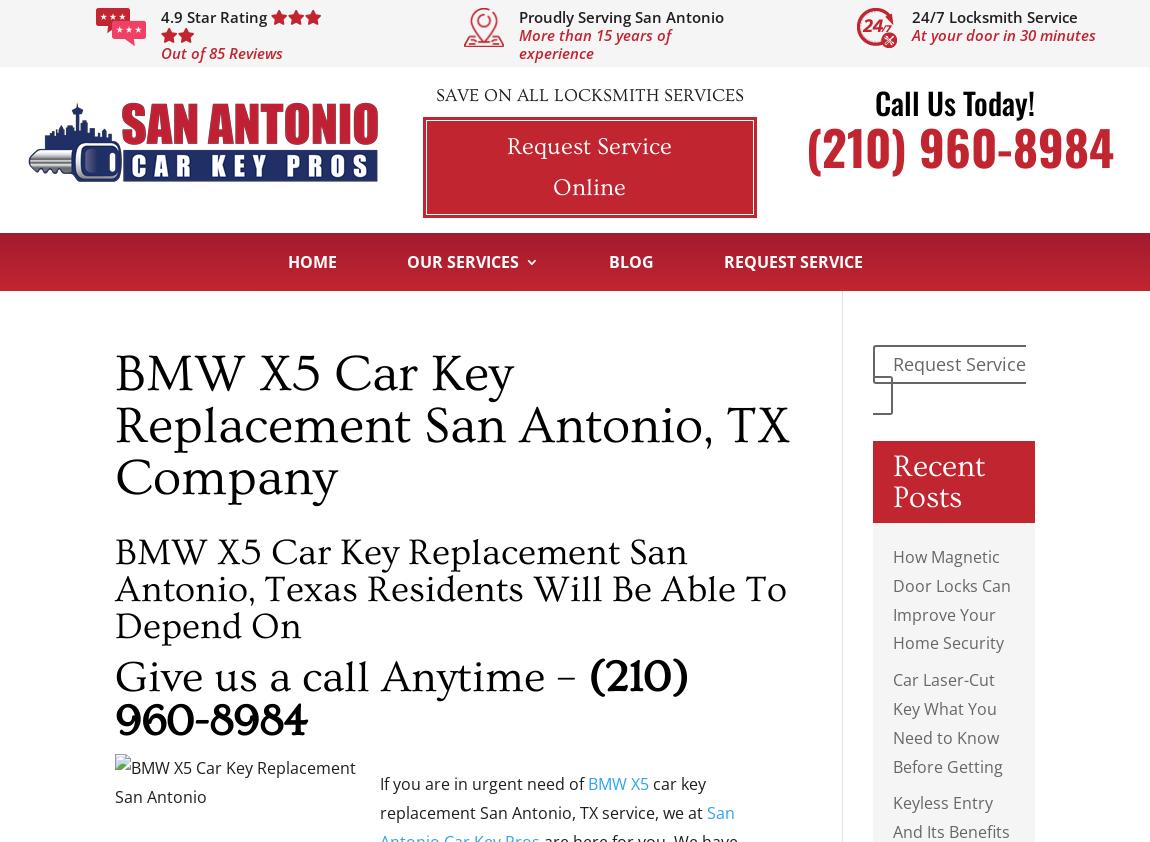 The height and width of the screenshot is (842, 1150). What do you see at coordinates (543, 798) in the screenshot?
I see `'car key replacement San Antonio, TX service, we at'` at bounding box center [543, 798].